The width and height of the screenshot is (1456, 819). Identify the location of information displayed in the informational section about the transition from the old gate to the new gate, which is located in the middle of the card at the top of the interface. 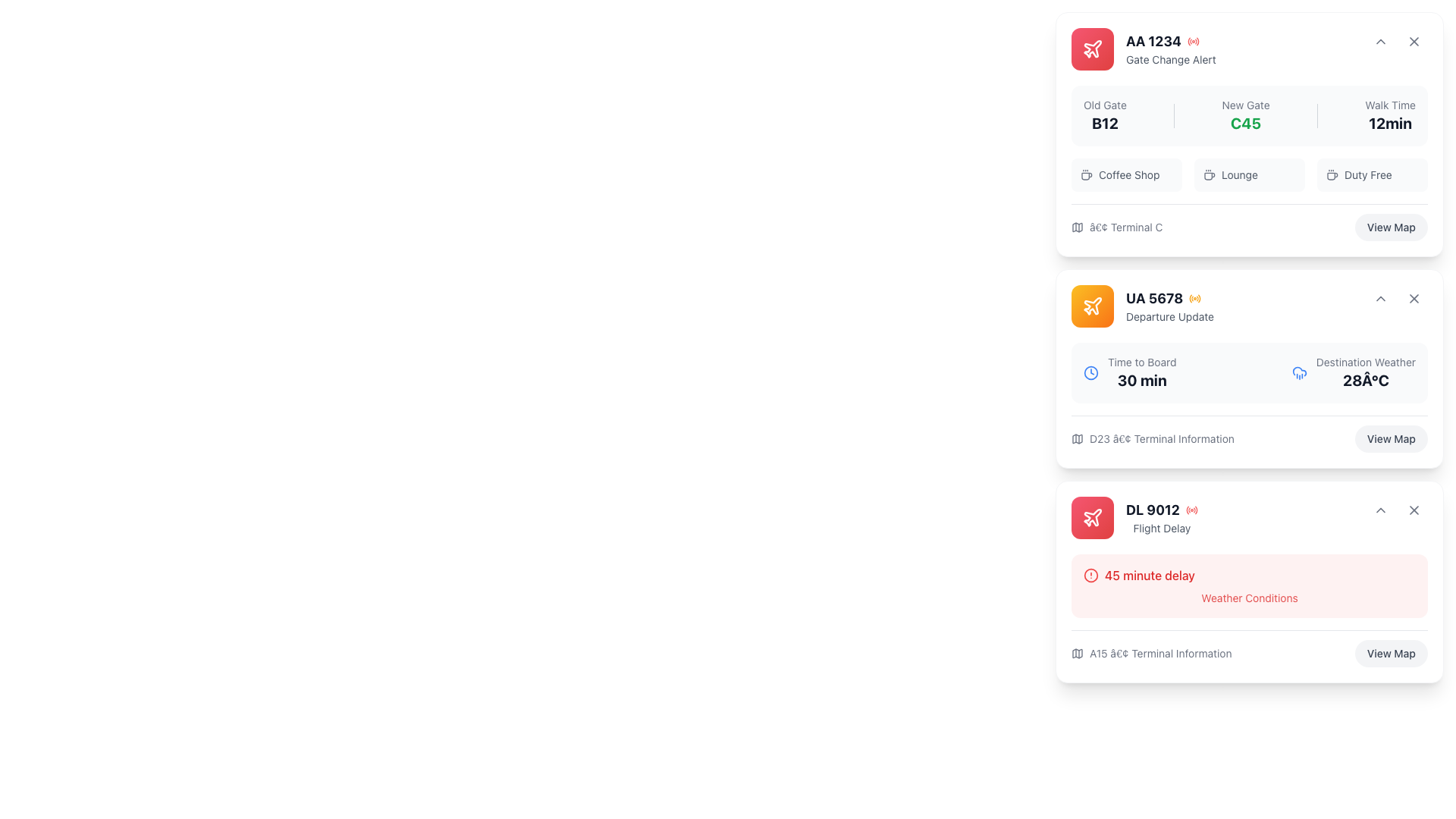
(1249, 138).